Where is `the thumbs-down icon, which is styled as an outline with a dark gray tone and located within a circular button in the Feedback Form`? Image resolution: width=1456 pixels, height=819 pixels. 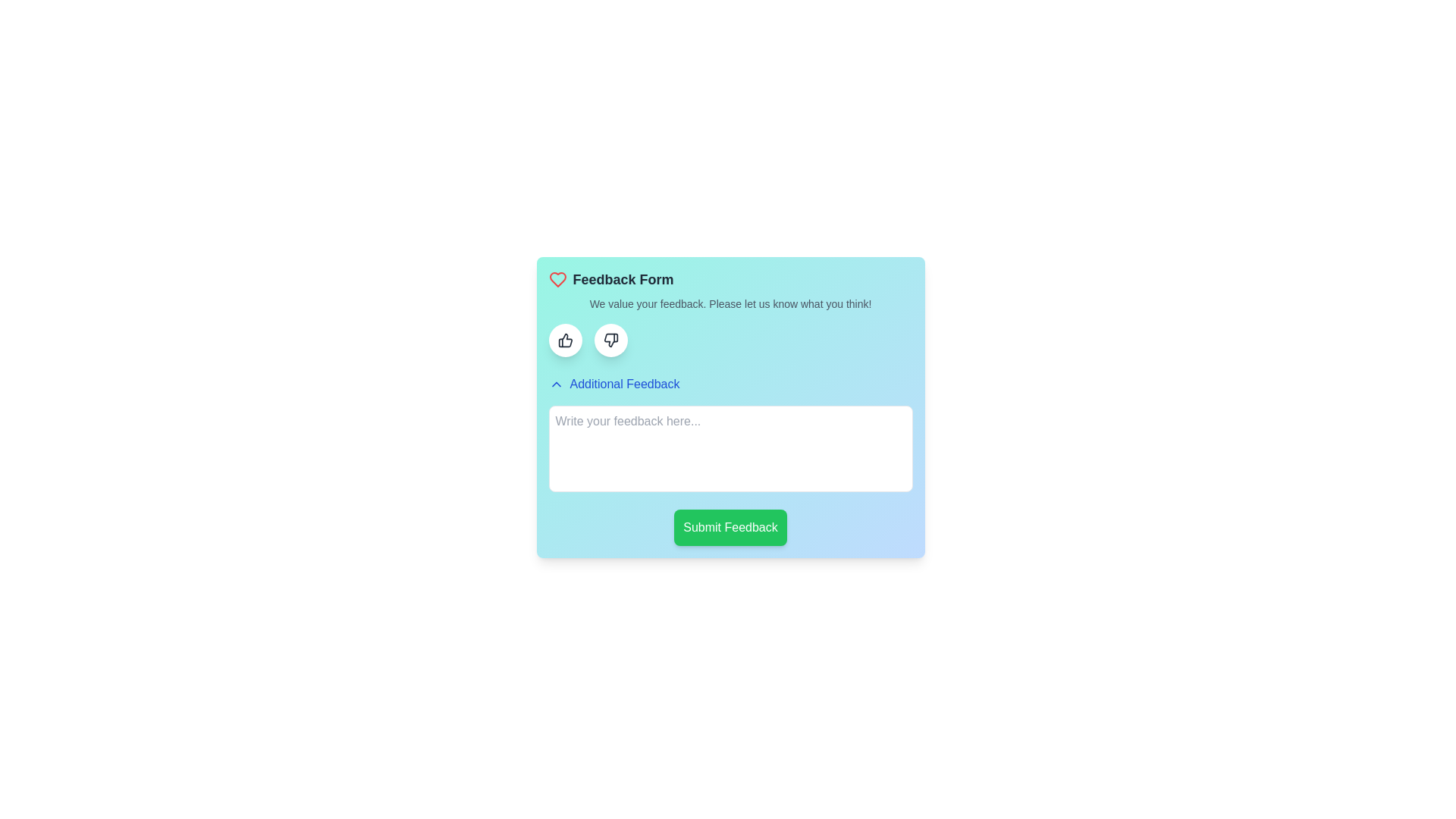 the thumbs-down icon, which is styled as an outline with a dark gray tone and located within a circular button in the Feedback Form is located at coordinates (610, 339).